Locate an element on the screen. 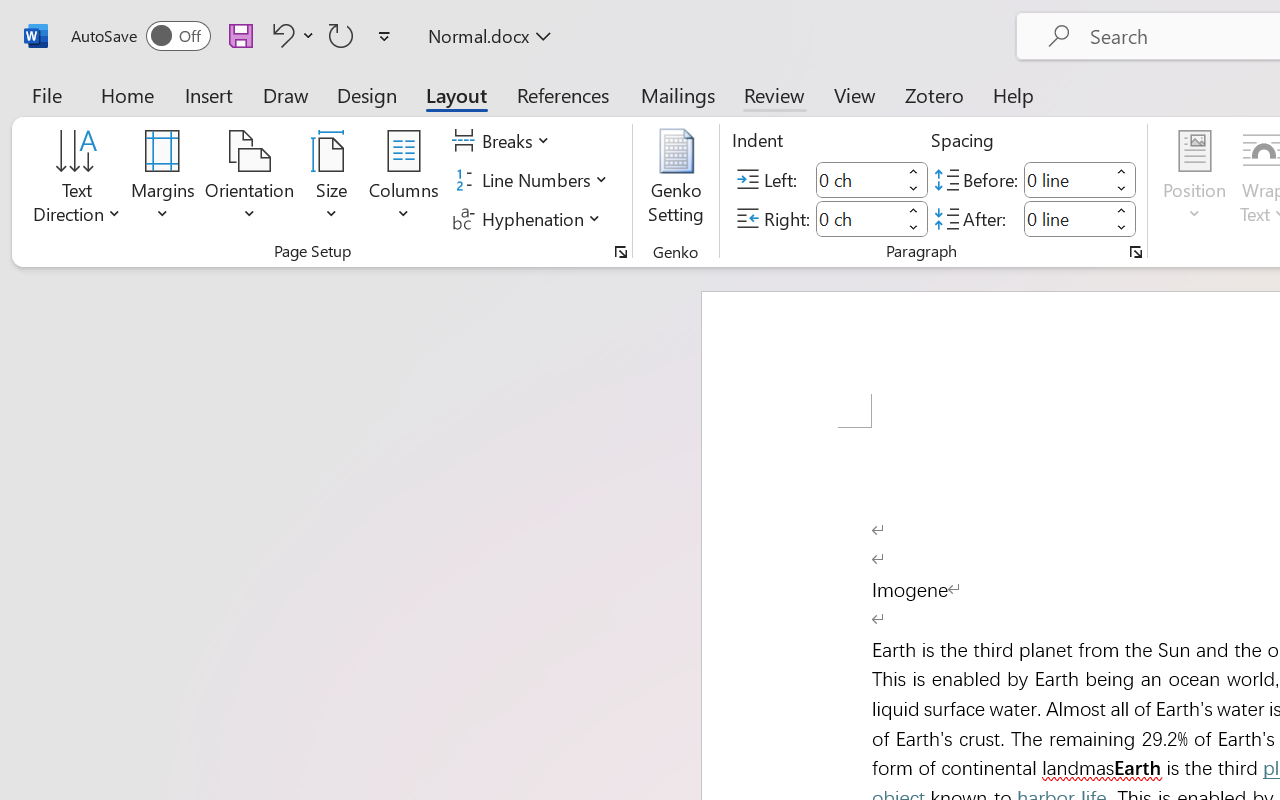 The width and height of the screenshot is (1280, 800). 'Undo Paste Destination Formatting' is located at coordinates (279, 34).